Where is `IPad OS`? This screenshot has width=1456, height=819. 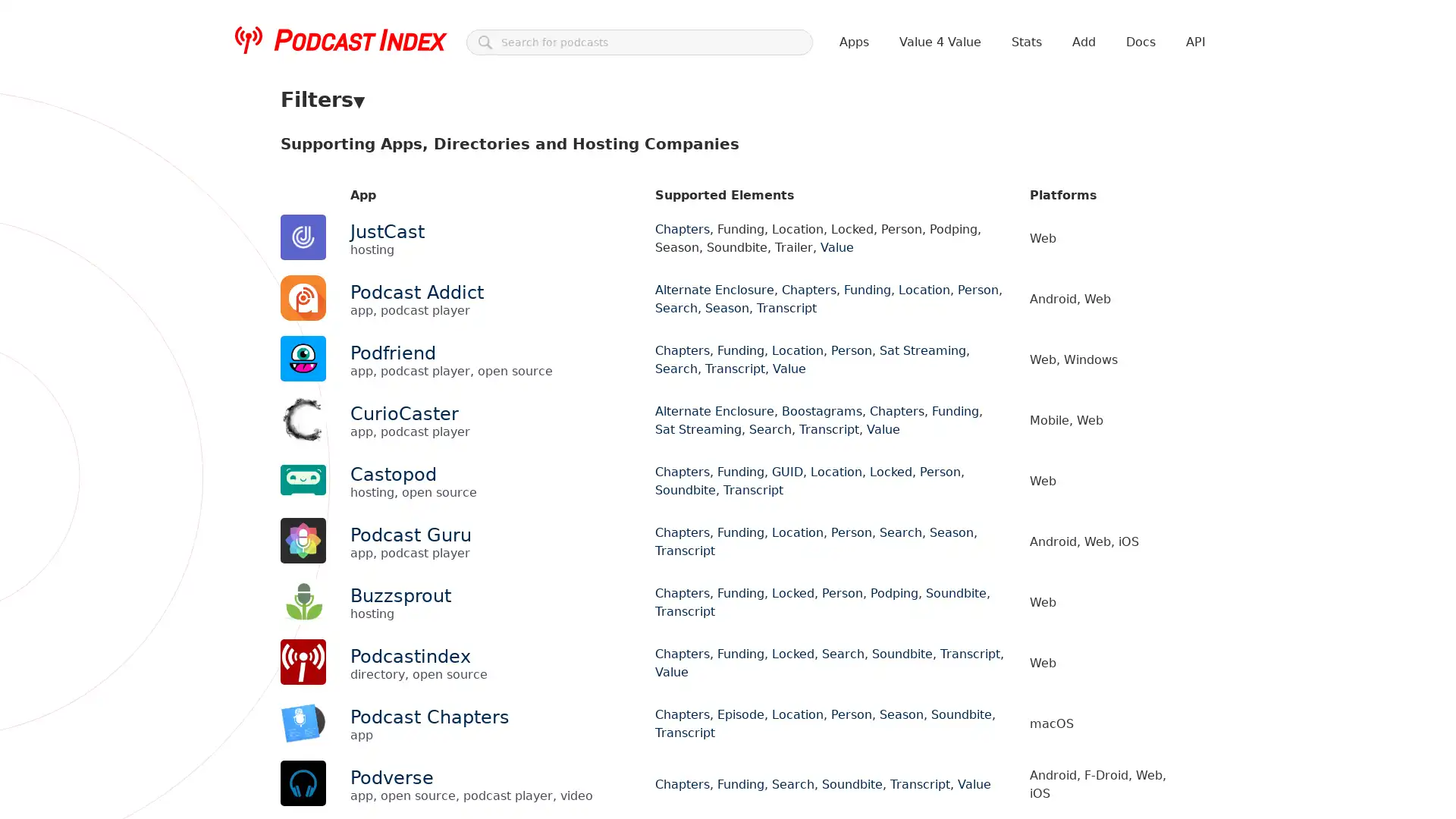 IPad OS is located at coordinates (793, 311).